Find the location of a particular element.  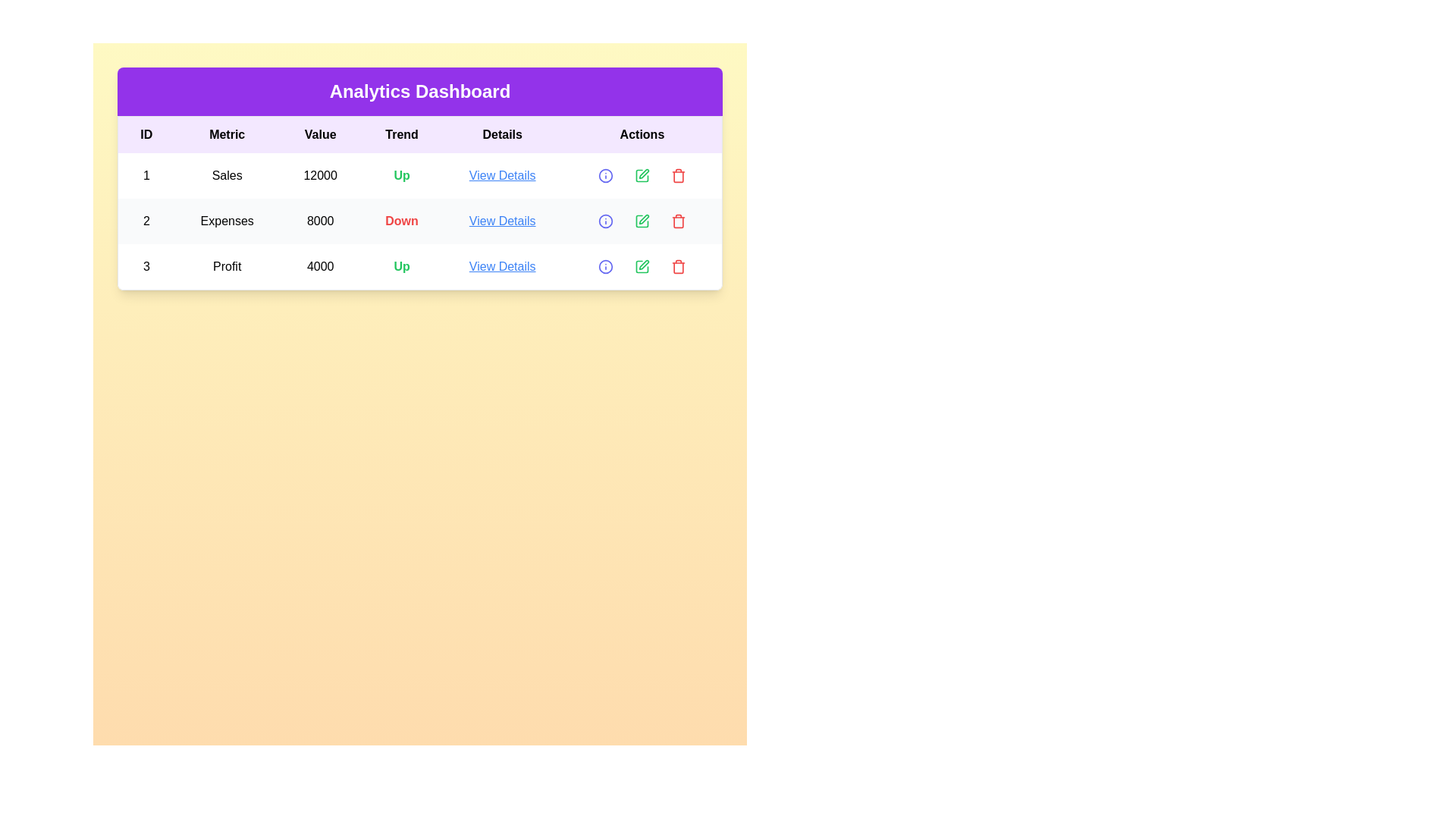

the trash icon button in the 'Actions' column of the second row is located at coordinates (677, 221).